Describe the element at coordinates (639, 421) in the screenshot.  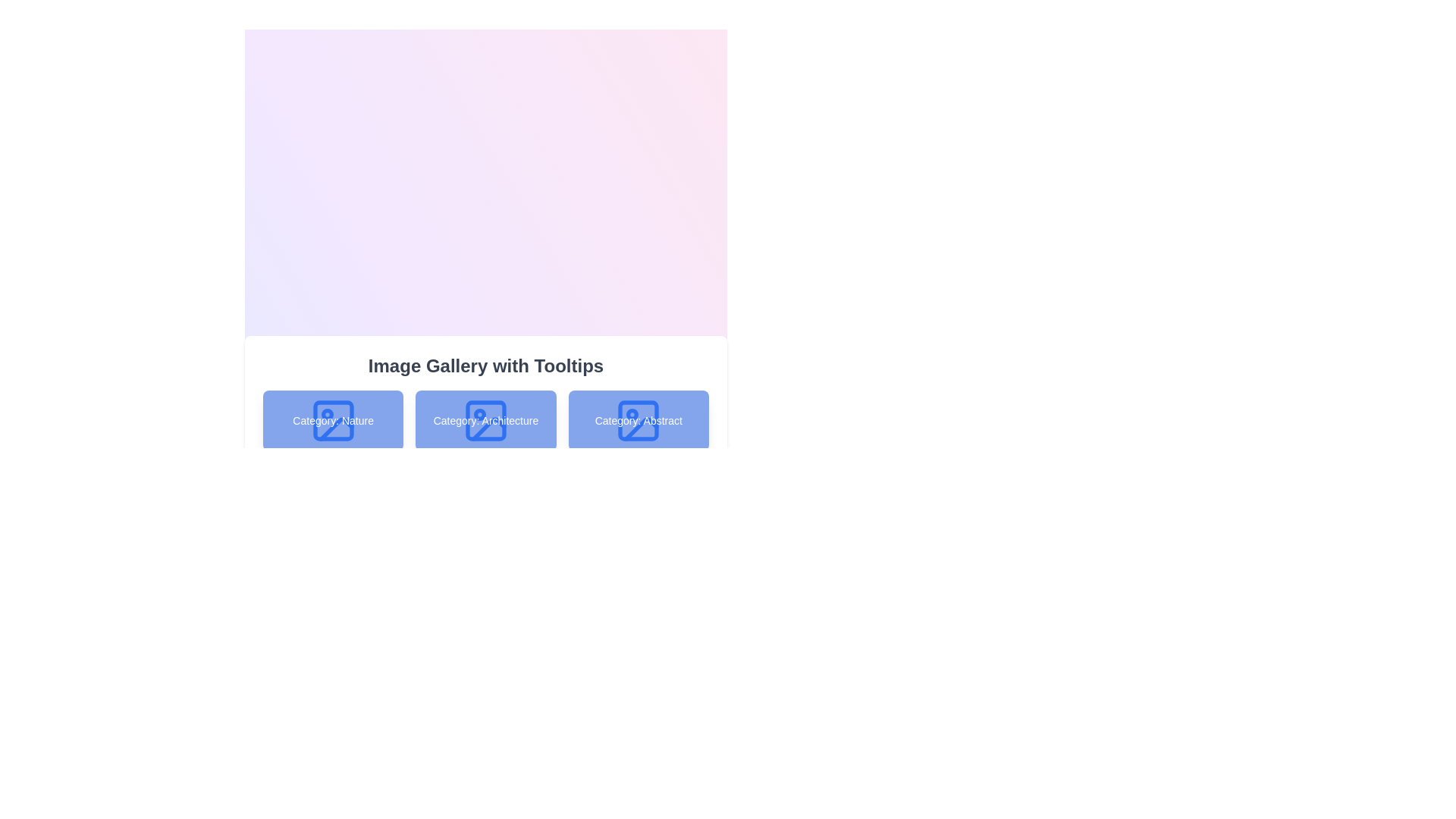
I see `the non-interactive decorative SVG rectangle with rounded corners, which is centrally positioned within the icon of the 'Category: Abstract' button located in the bottom right of the layout` at that location.